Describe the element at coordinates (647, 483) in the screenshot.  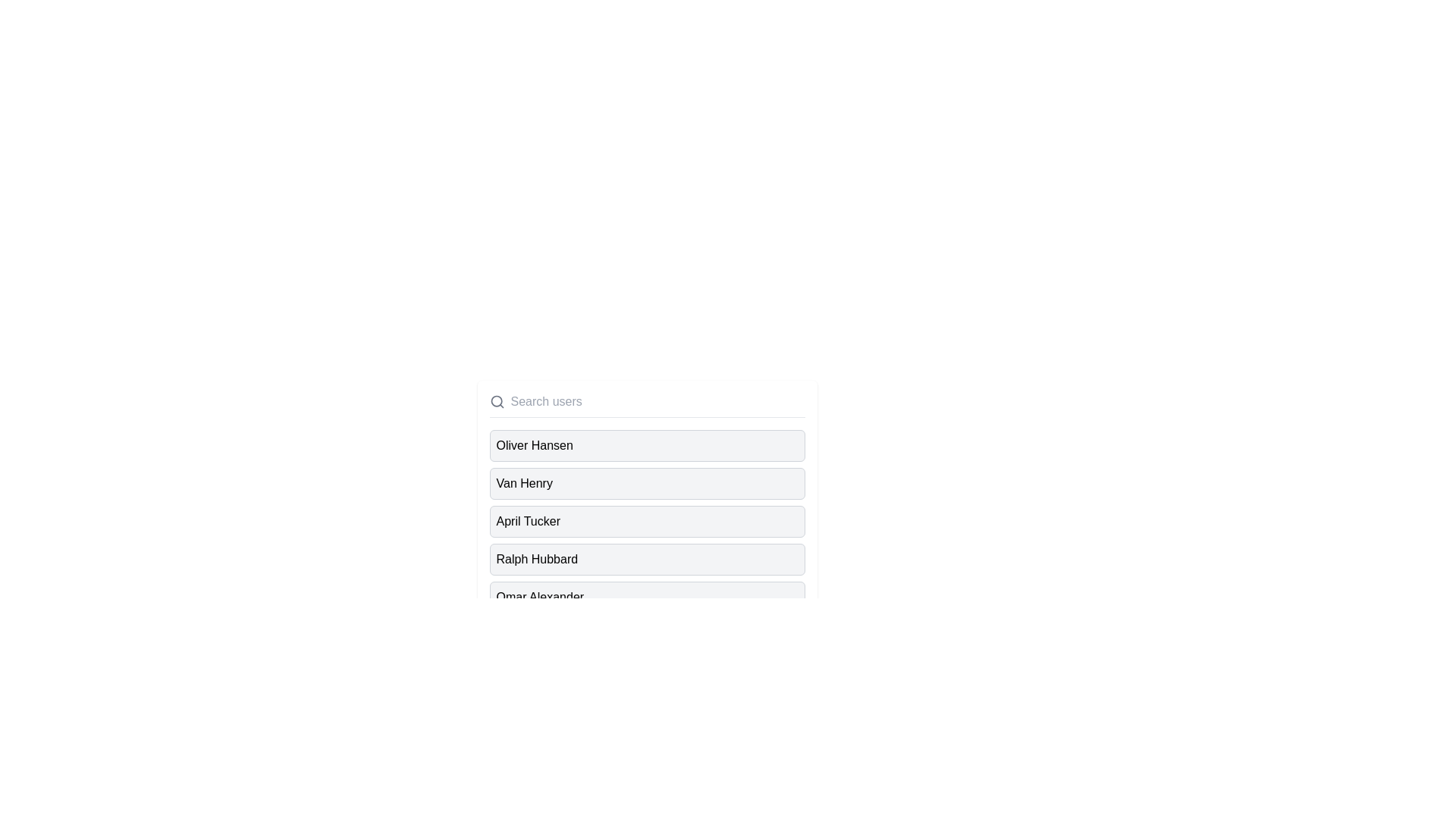
I see `the selectable list item representing the user named 'Van Henry', which is the second item in the list, positioned below 'Oliver Hansen' and above 'April Tucker'` at that location.